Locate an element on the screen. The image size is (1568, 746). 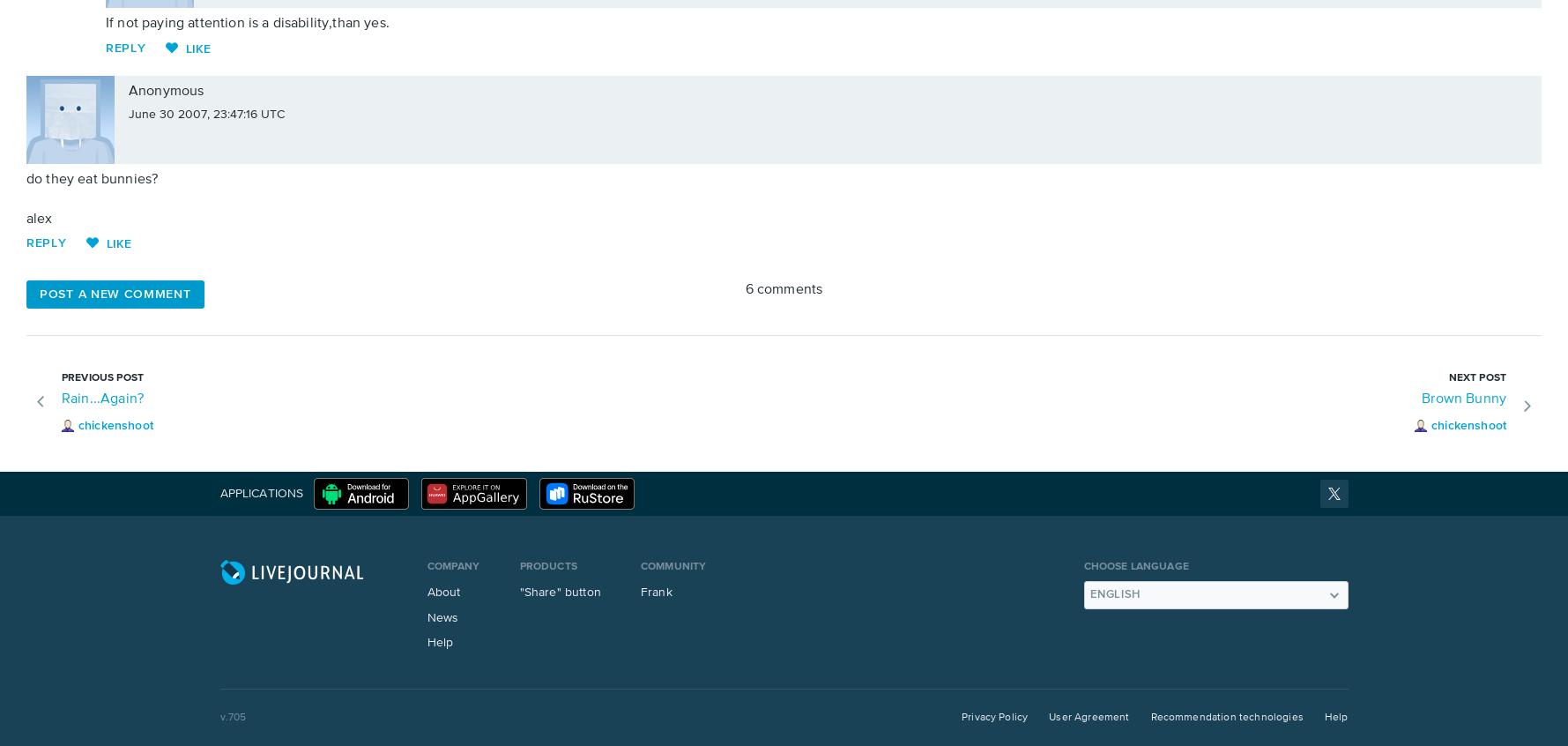
'Collapse' is located at coordinates (338, 114).